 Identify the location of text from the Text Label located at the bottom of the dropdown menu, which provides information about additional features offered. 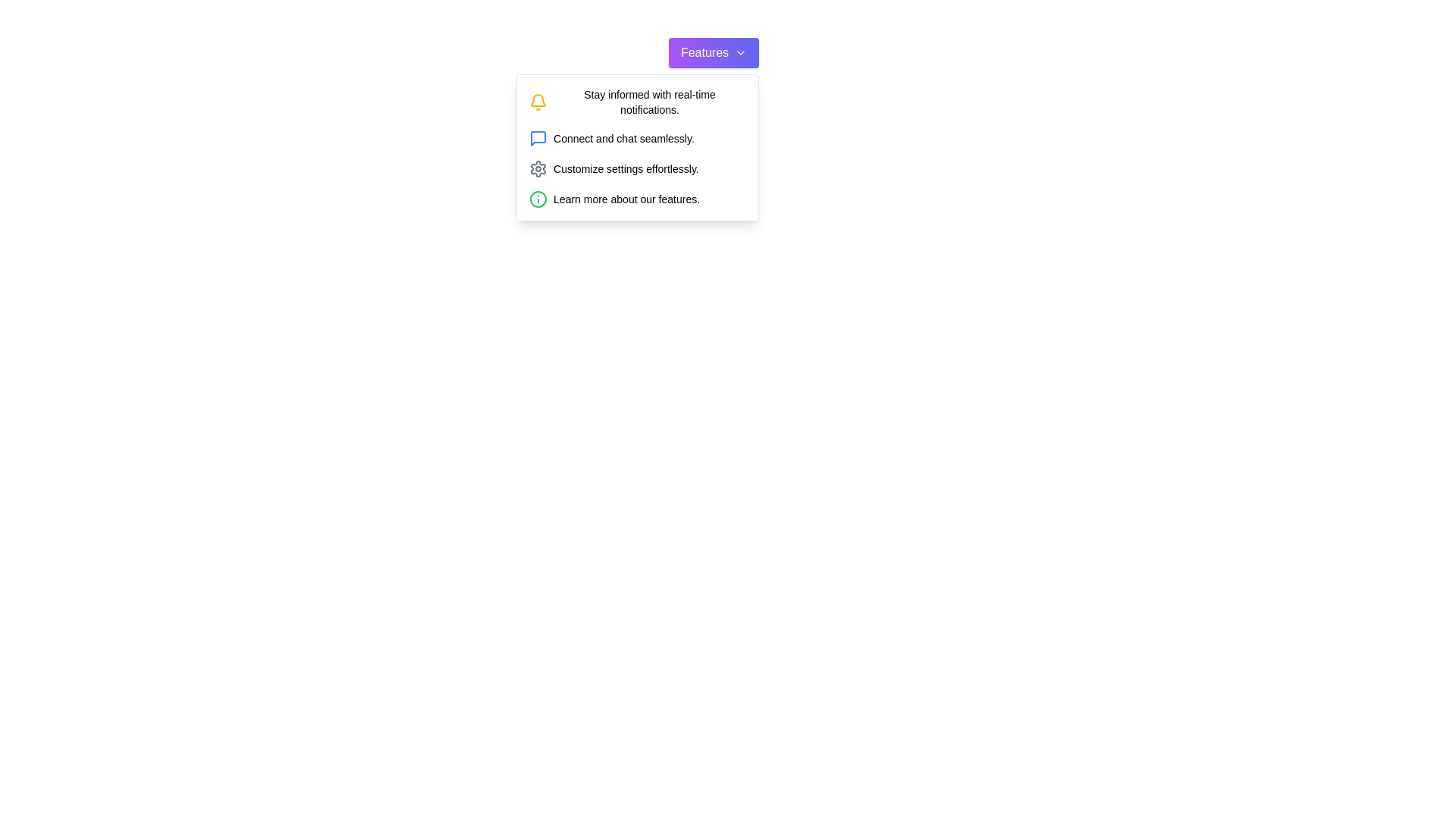
(626, 198).